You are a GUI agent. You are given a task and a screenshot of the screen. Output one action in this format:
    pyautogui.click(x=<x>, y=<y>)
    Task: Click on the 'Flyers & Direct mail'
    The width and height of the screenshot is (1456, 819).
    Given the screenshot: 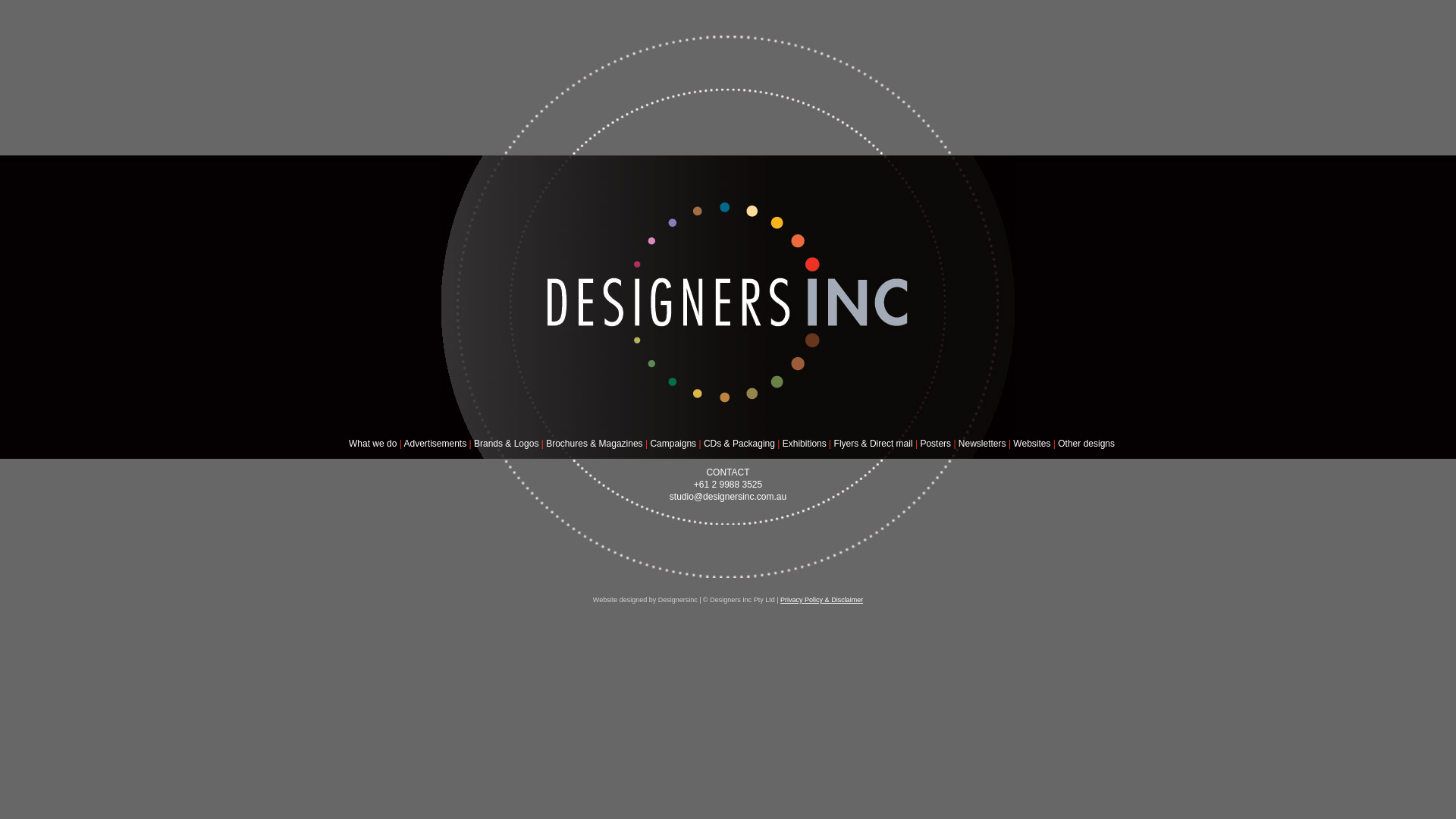 What is the action you would take?
    pyautogui.click(x=874, y=444)
    